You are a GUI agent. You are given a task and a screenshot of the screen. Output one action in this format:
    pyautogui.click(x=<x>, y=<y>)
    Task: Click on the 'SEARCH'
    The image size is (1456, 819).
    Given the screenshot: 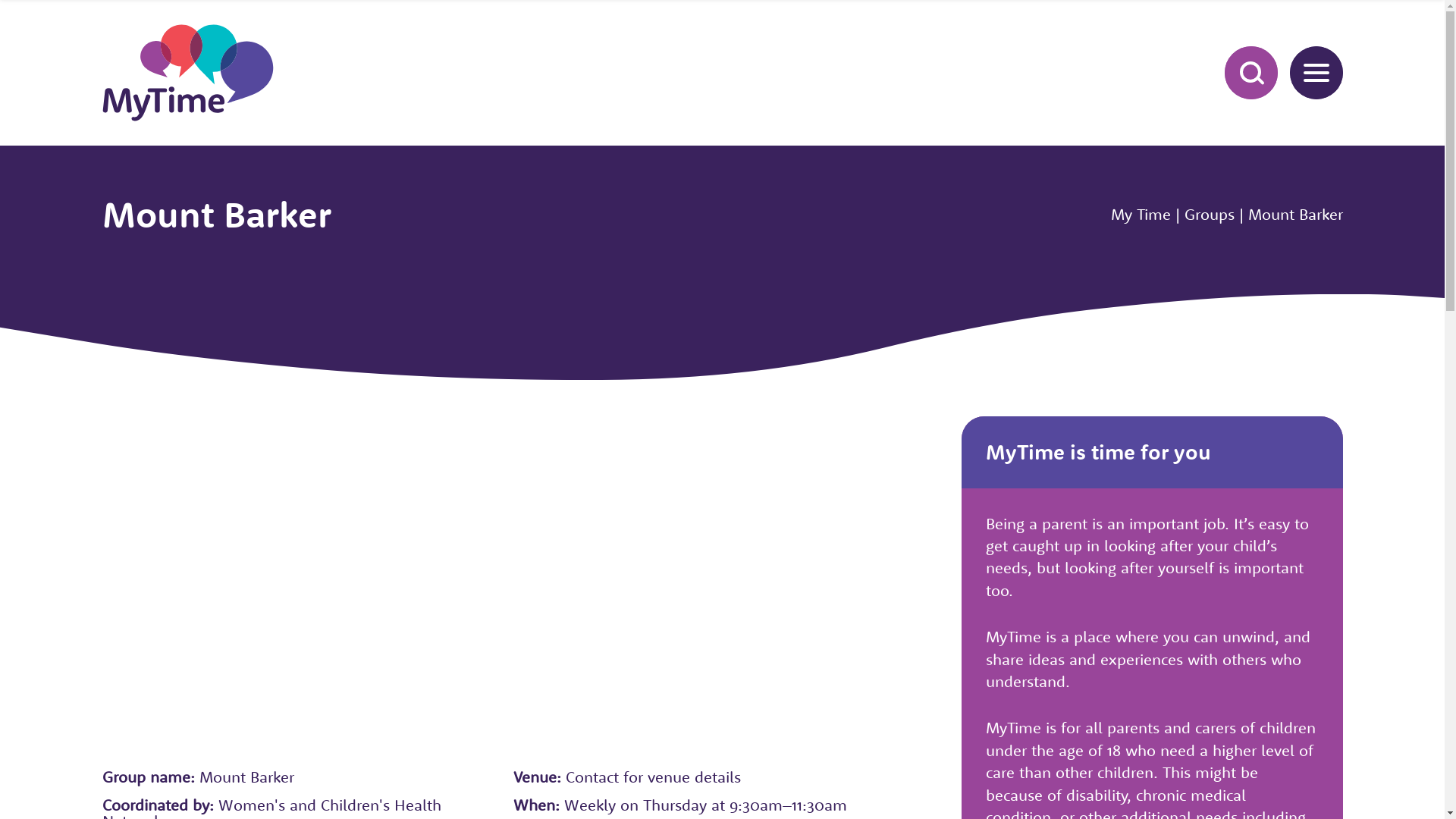 What is the action you would take?
    pyautogui.click(x=1250, y=73)
    